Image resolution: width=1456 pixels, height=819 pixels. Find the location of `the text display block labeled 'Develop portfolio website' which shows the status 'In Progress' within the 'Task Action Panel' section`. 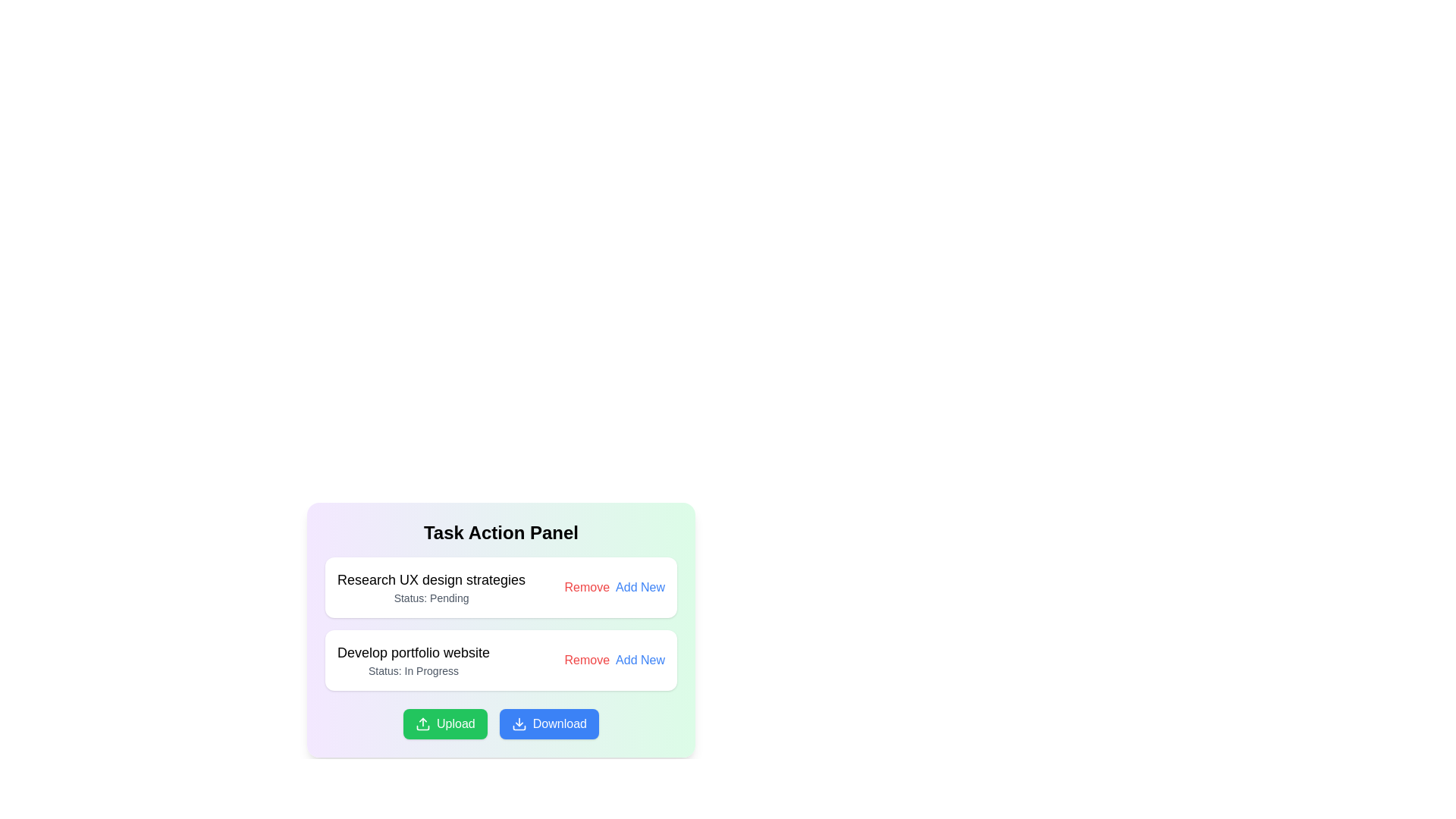

the text display block labeled 'Develop portfolio website' which shows the status 'In Progress' within the 'Task Action Panel' section is located at coordinates (413, 660).